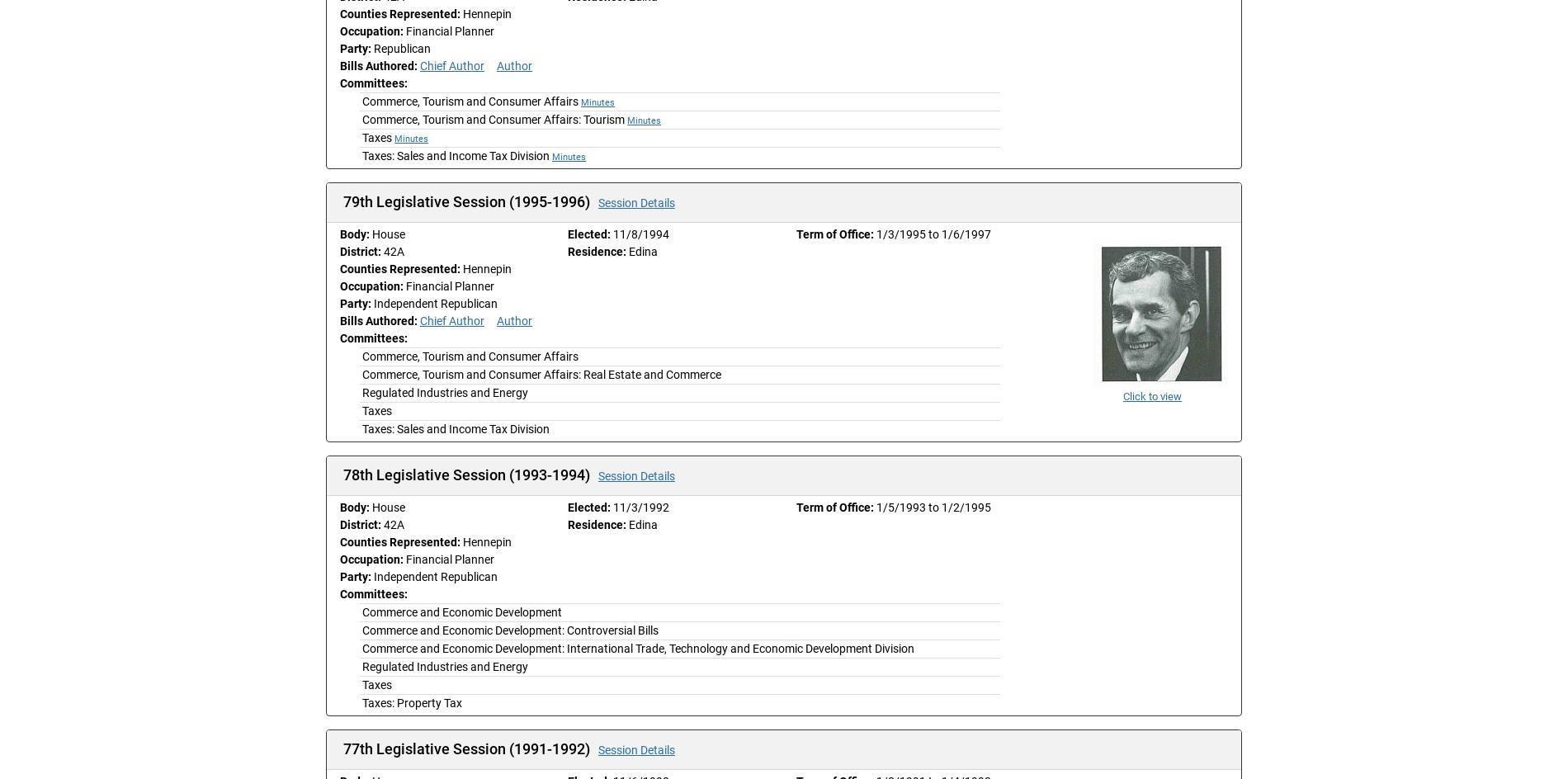 Image resolution: width=1568 pixels, height=779 pixels. Describe the element at coordinates (468, 474) in the screenshot. I see `'78th Legislative Session (1993-1994)'` at that location.